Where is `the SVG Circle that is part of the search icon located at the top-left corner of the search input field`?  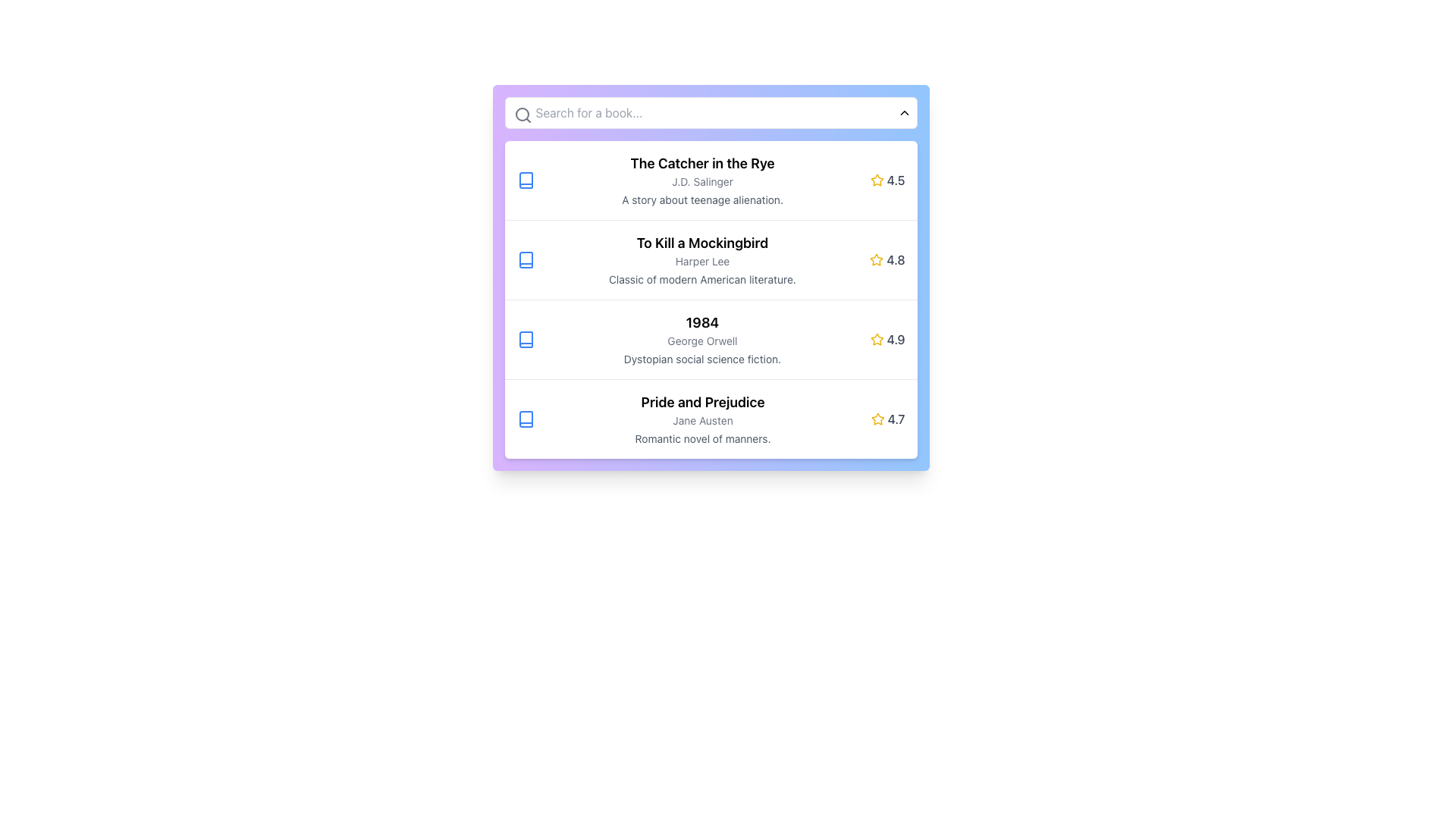
the SVG Circle that is part of the search icon located at the top-left corner of the search input field is located at coordinates (522, 113).